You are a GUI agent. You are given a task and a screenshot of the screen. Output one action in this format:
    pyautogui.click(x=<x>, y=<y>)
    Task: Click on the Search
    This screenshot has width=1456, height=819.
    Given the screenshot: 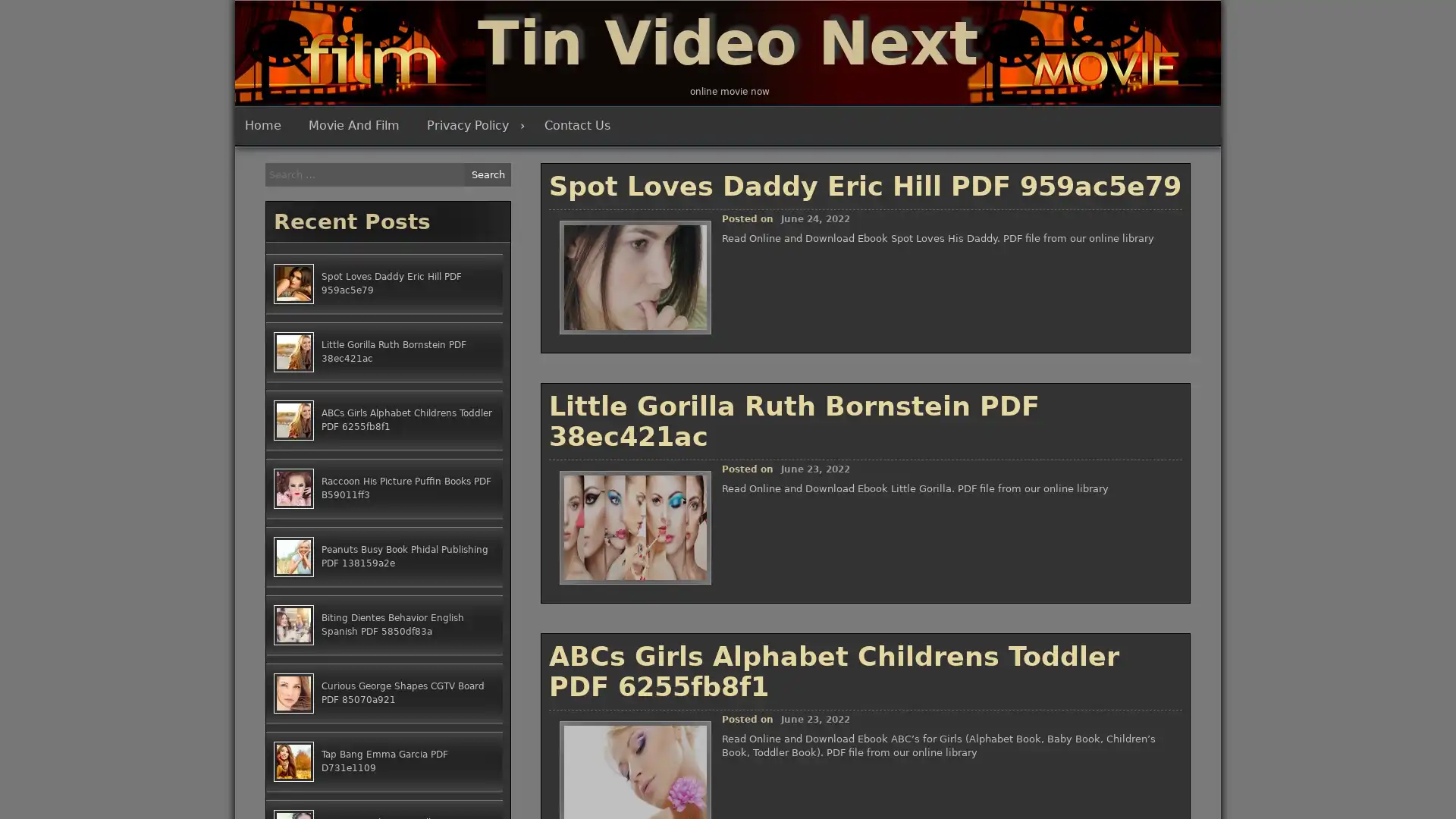 What is the action you would take?
    pyautogui.click(x=488, y=174)
    